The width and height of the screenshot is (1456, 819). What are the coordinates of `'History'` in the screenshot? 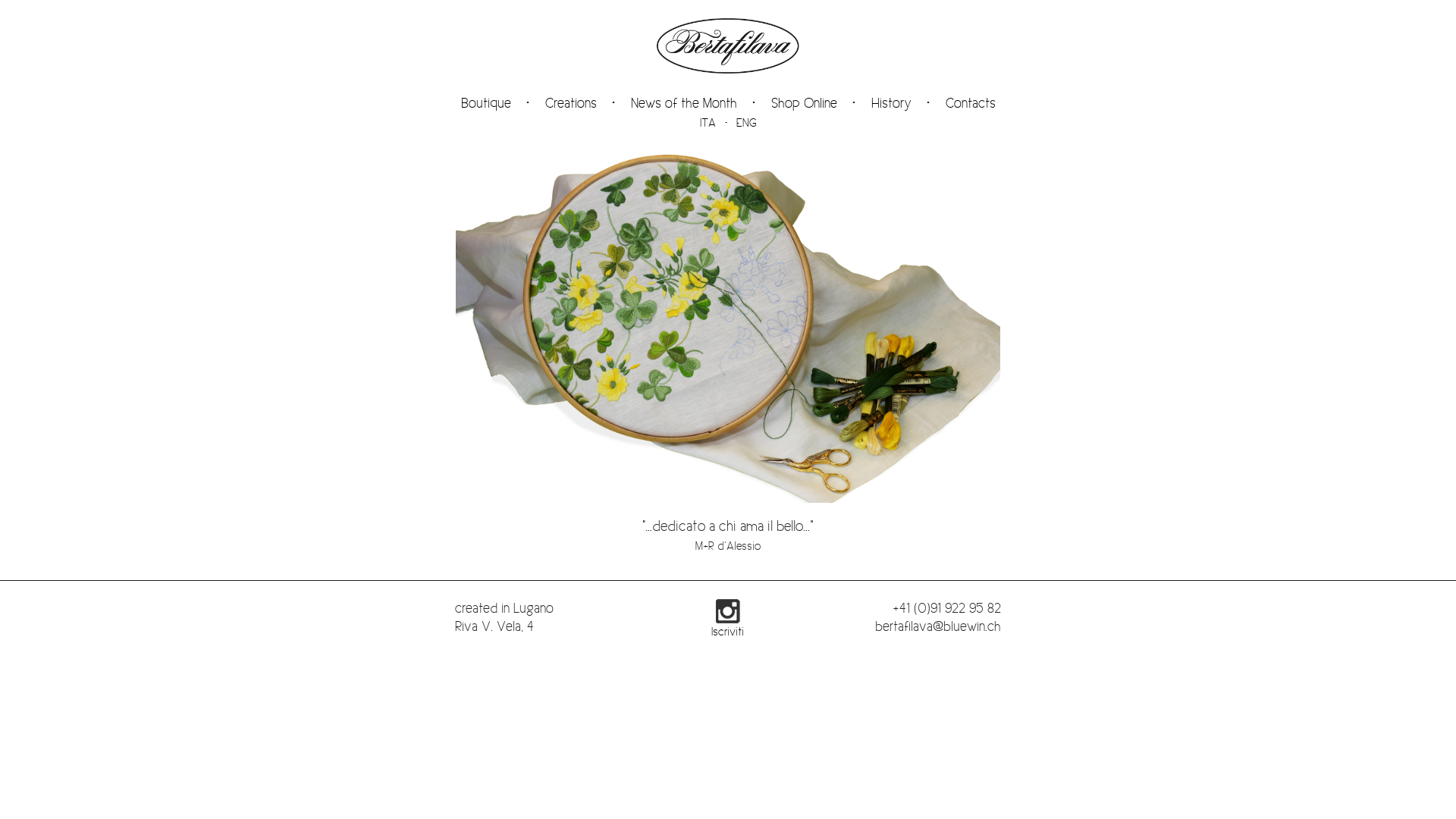 It's located at (890, 102).